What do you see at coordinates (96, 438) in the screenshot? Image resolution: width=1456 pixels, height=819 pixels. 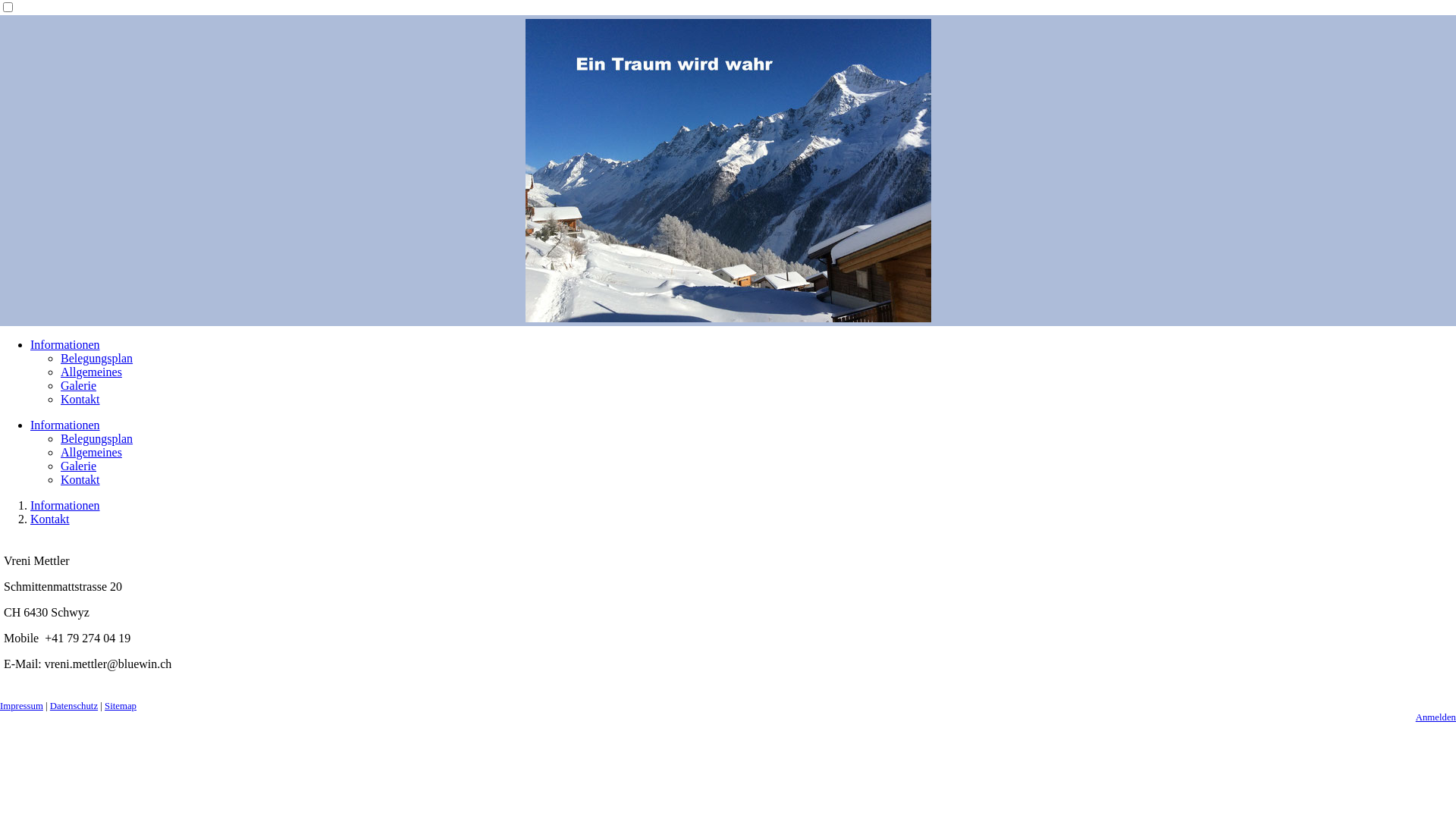 I see `'Belegungsplan'` at bounding box center [96, 438].